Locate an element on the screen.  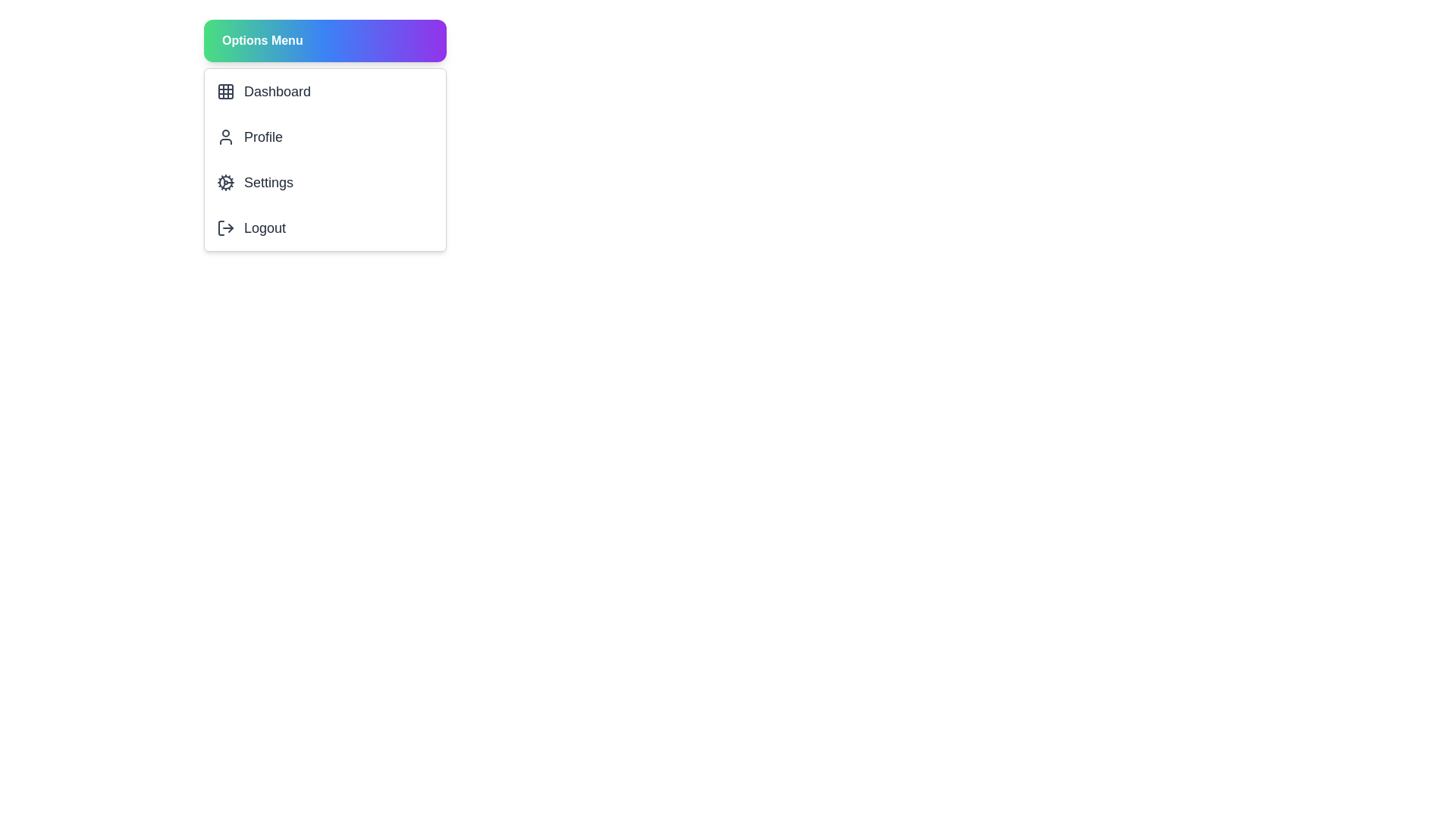
the 'Options Menu' button to toggle the visibility of the menu is located at coordinates (324, 40).